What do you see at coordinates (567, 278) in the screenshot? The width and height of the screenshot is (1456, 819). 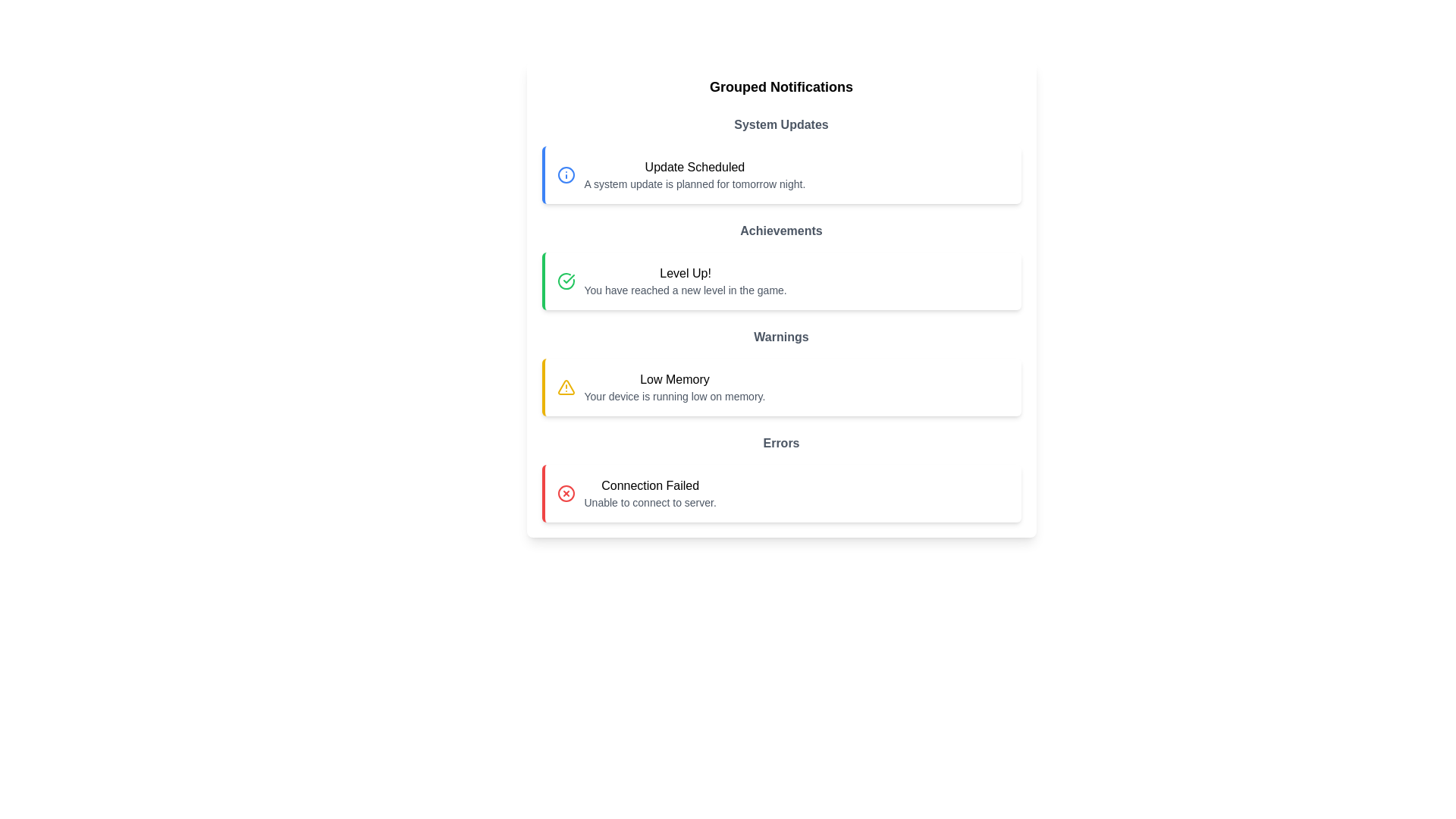 I see `the green checkmark icon located within the second notification item under the 'Achievements' section` at bounding box center [567, 278].